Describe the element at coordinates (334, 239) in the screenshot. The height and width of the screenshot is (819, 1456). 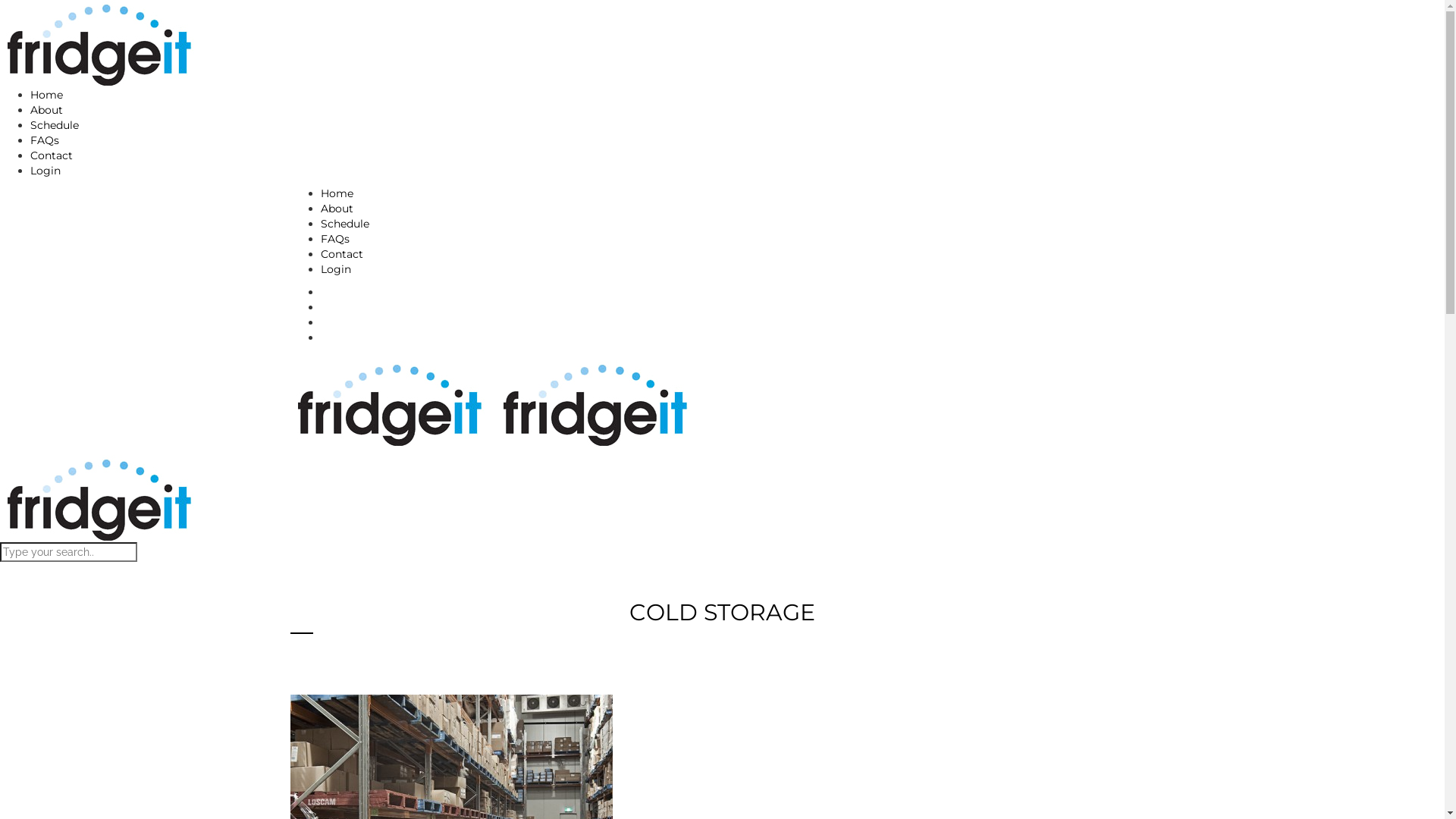
I see `'FAQs'` at that location.